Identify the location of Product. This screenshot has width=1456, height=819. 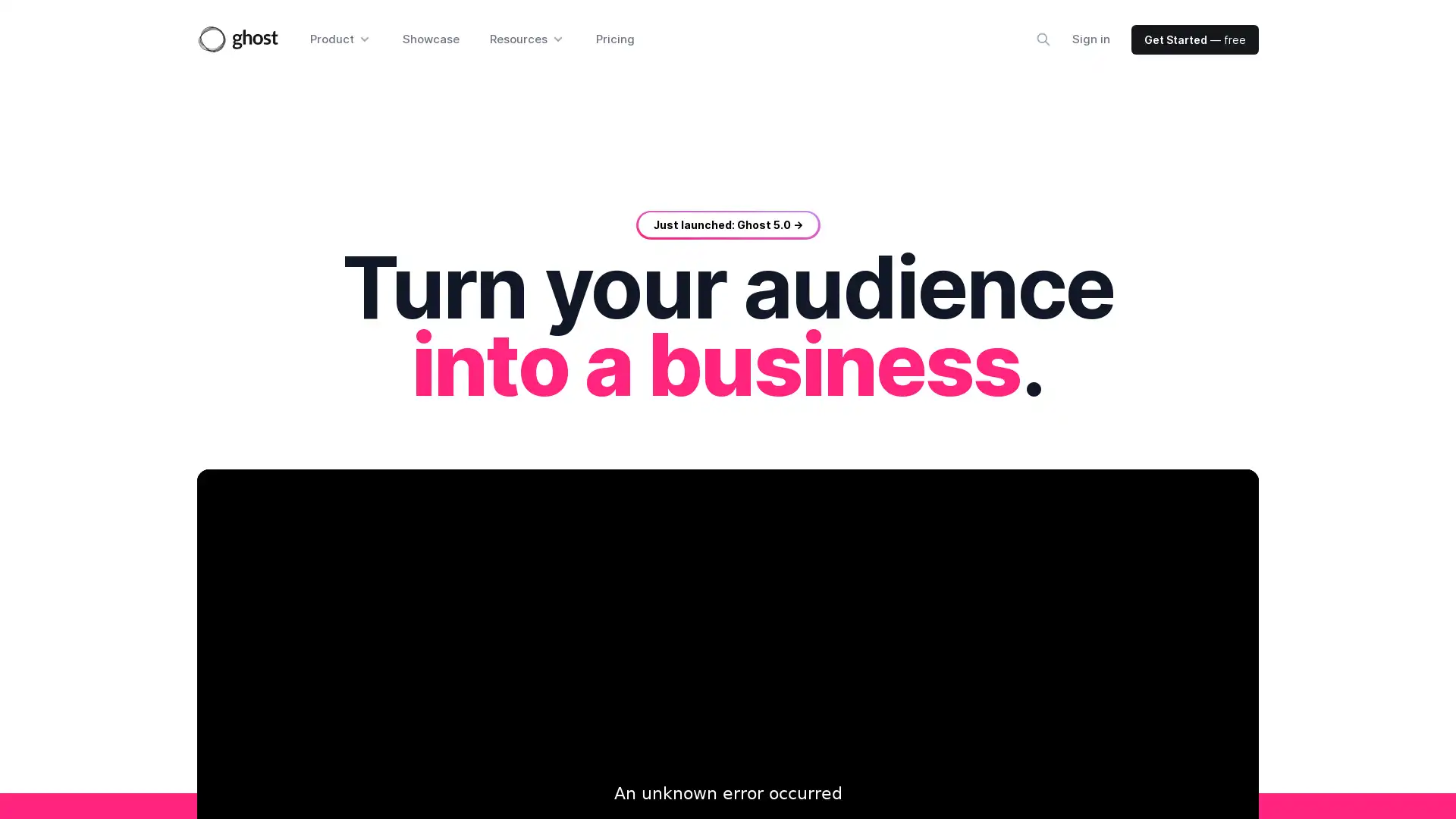
(340, 38).